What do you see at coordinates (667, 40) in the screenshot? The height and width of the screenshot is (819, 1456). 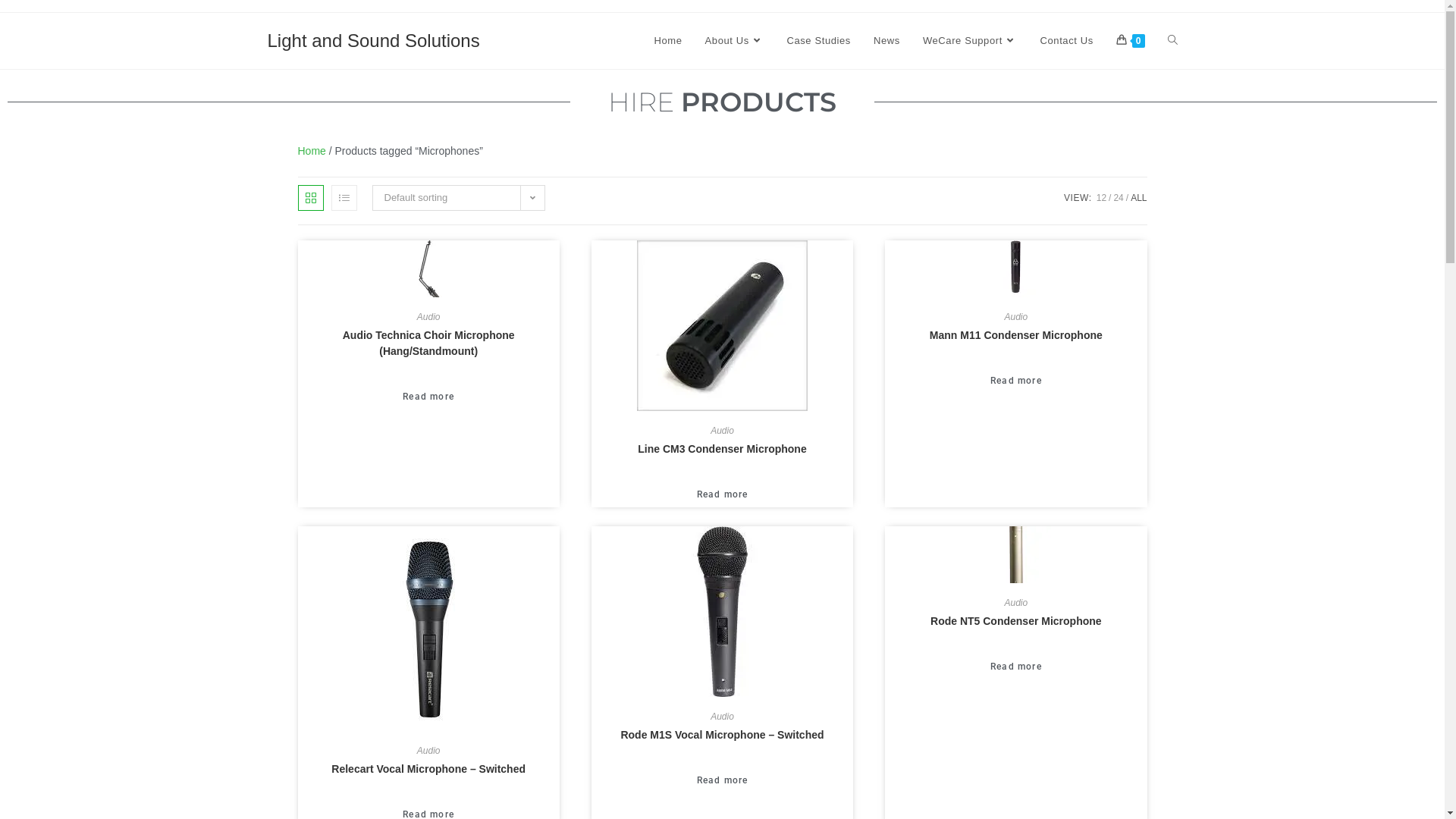 I see `'Home'` at bounding box center [667, 40].